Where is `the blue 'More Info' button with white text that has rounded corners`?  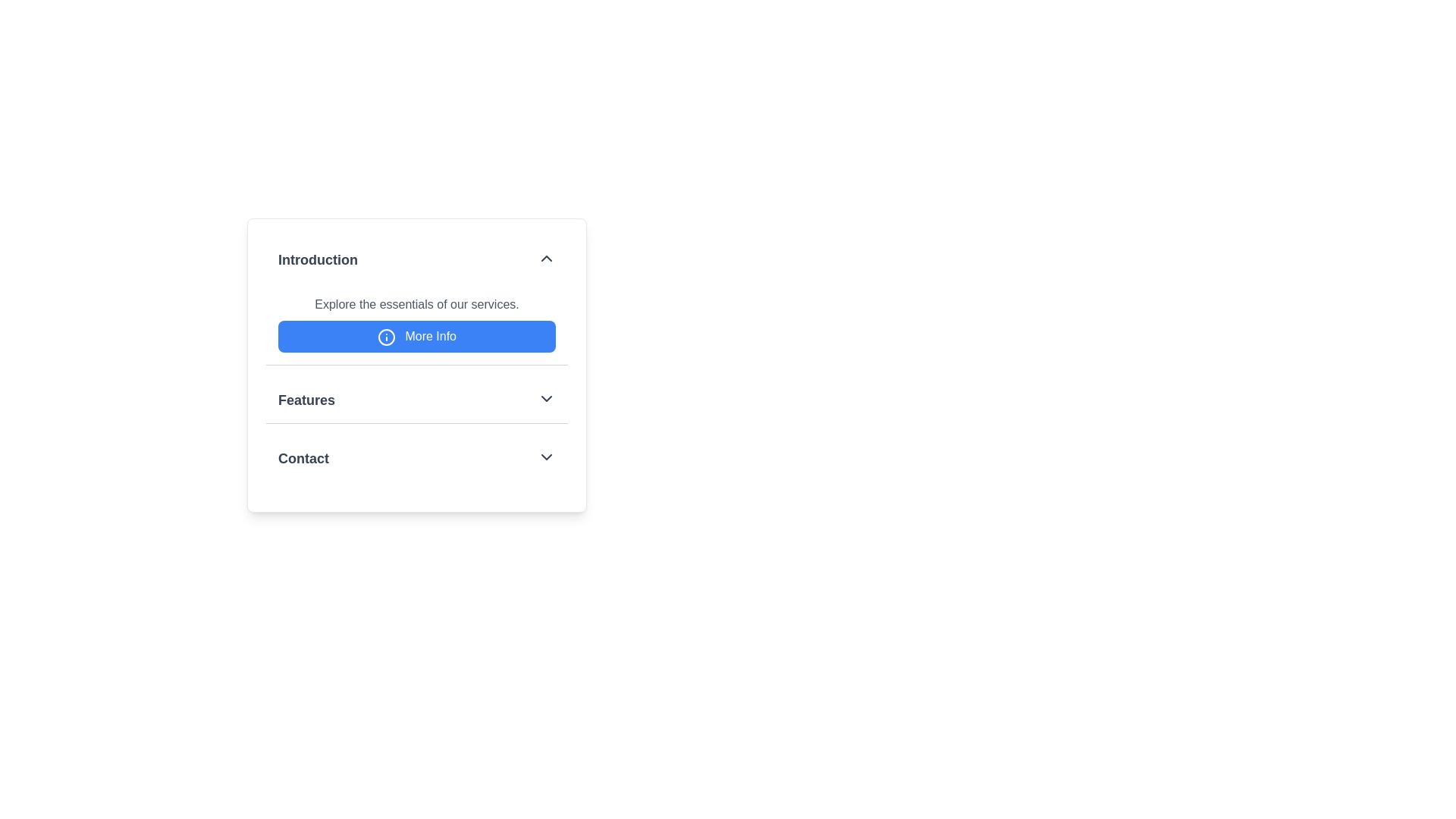 the blue 'More Info' button with white text that has rounded corners is located at coordinates (417, 335).